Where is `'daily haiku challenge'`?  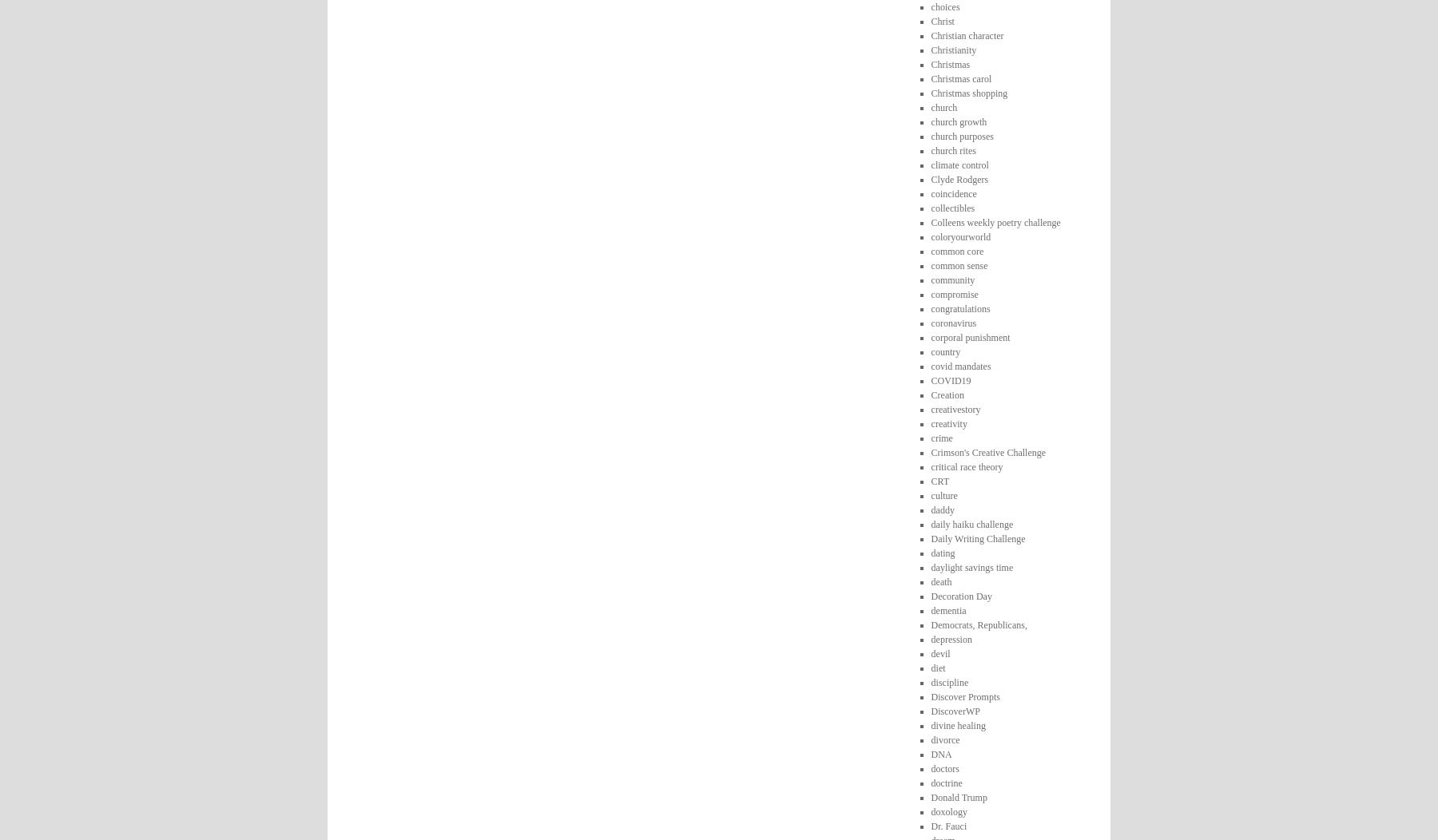
'daily haiku challenge' is located at coordinates (929, 524).